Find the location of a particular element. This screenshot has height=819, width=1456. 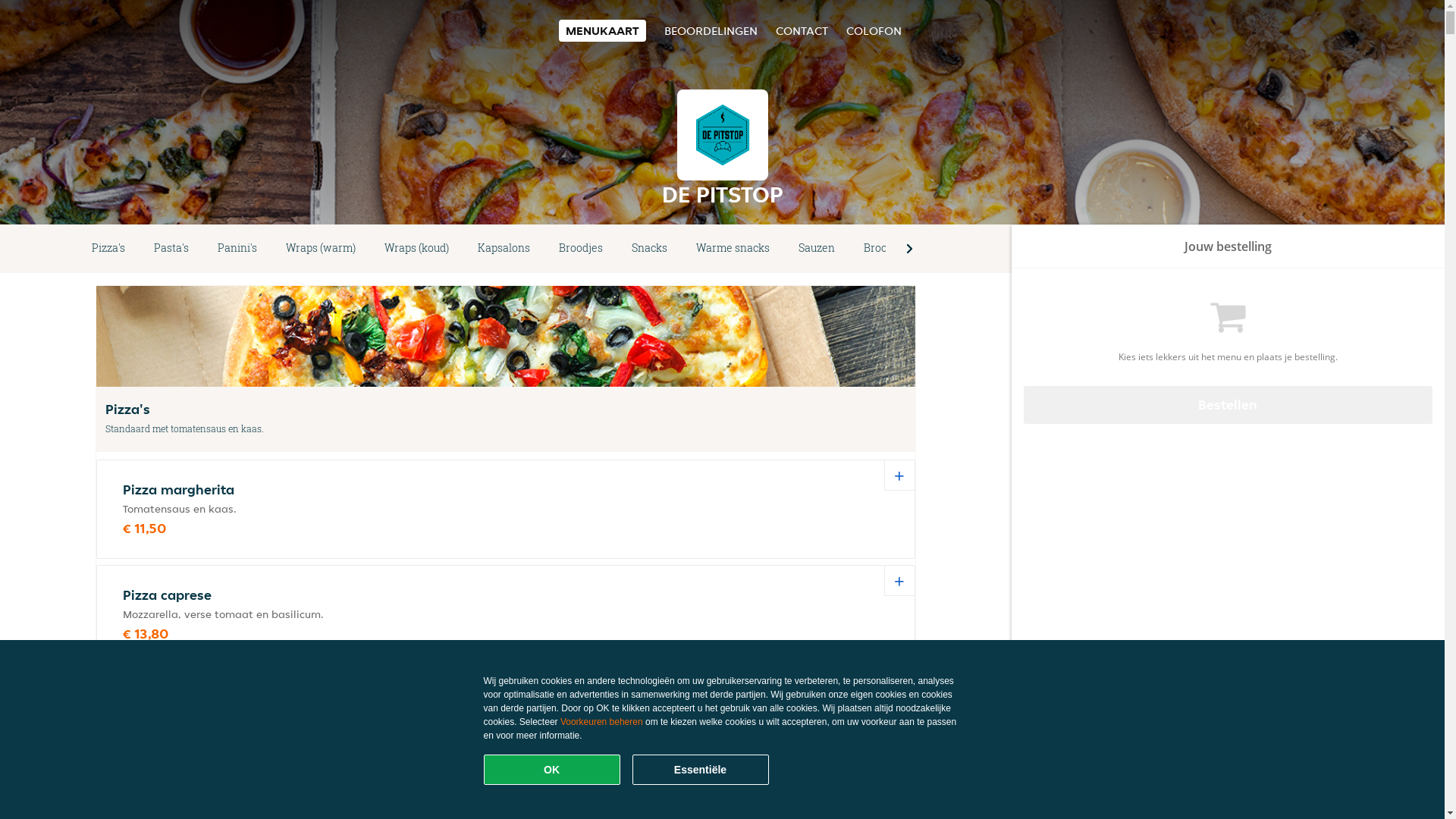

'OK' is located at coordinates (551, 769).